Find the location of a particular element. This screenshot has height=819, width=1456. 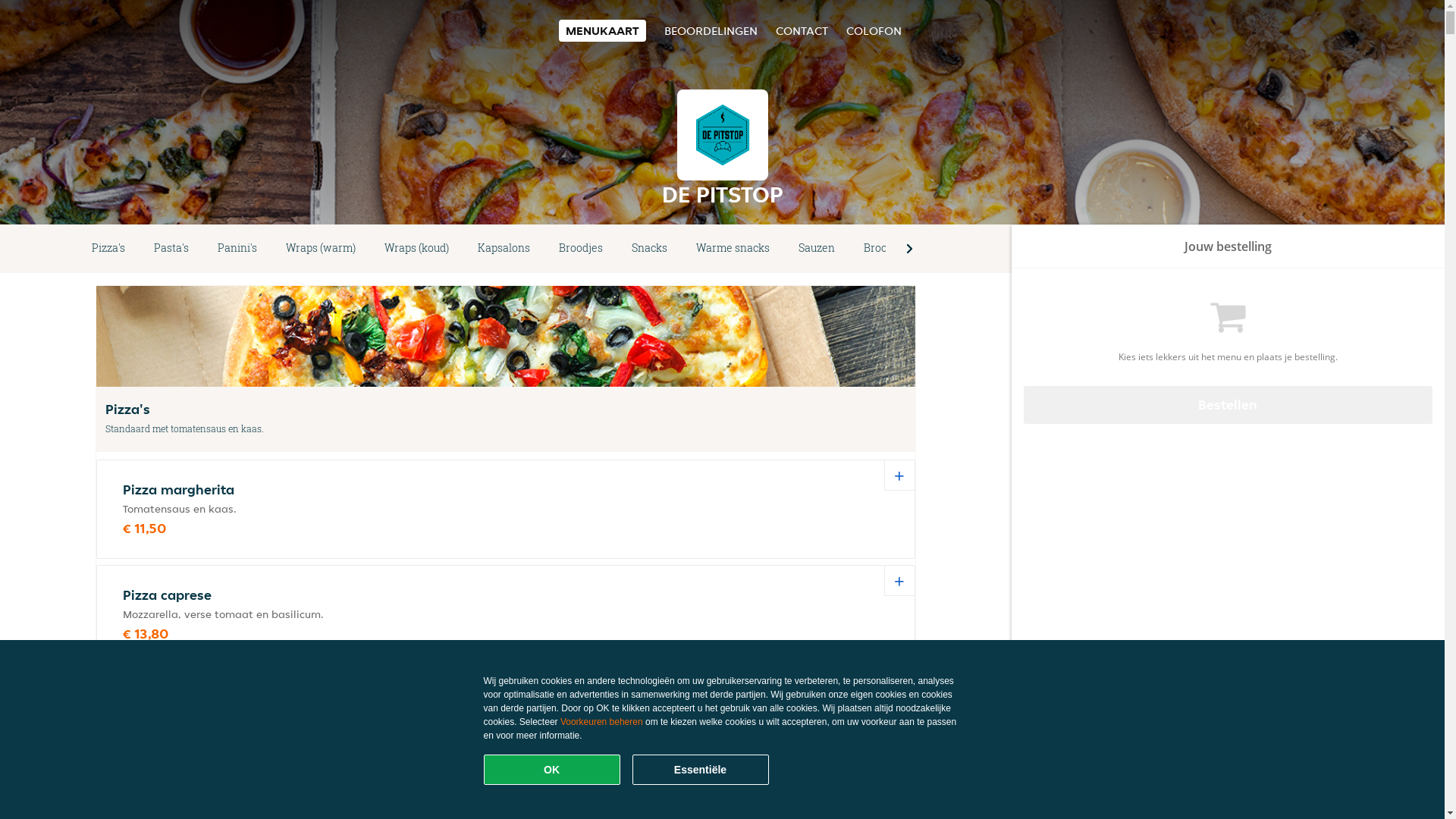

'OK' is located at coordinates (551, 769).